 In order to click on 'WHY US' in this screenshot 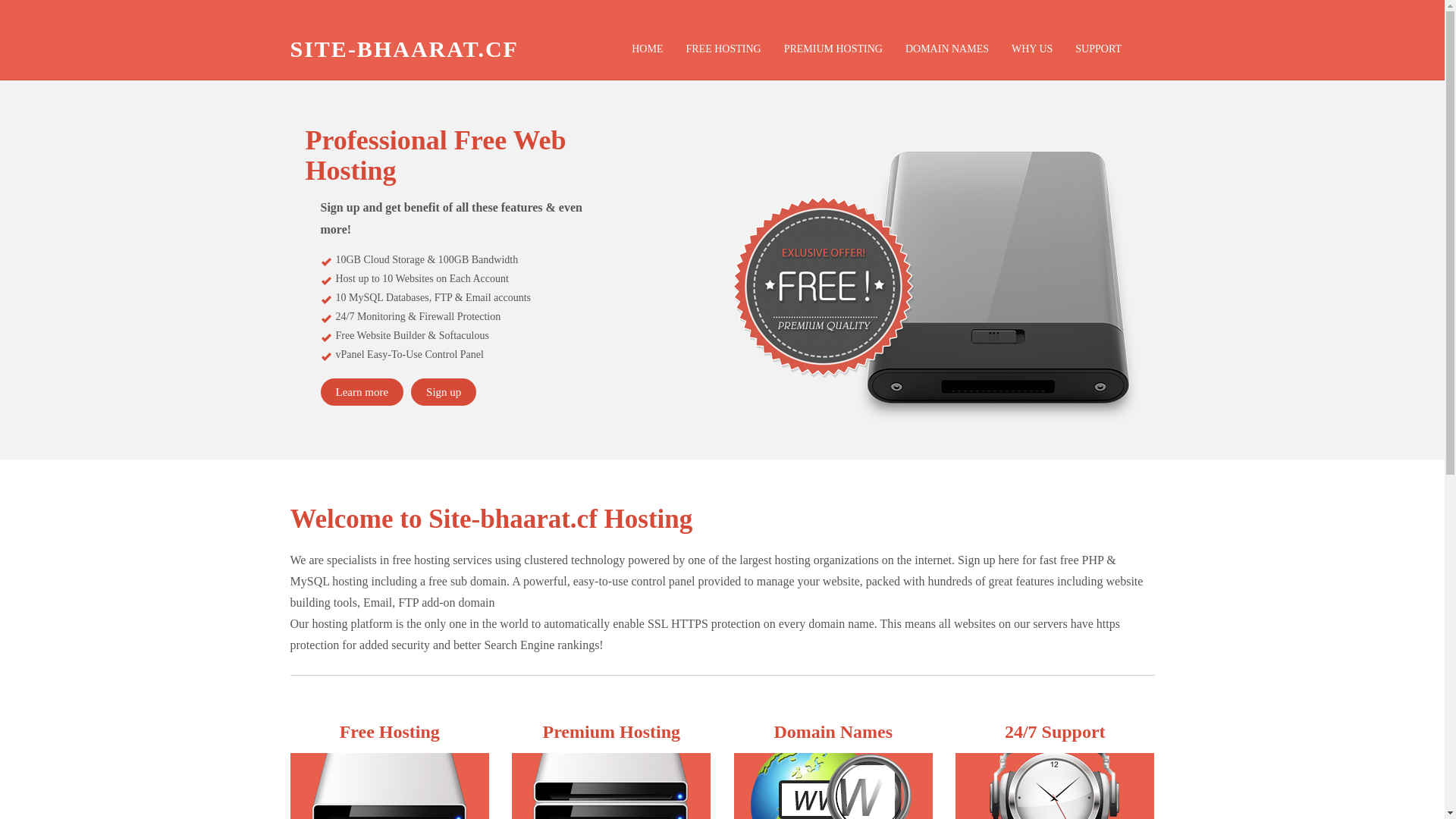, I will do `click(1000, 49)`.